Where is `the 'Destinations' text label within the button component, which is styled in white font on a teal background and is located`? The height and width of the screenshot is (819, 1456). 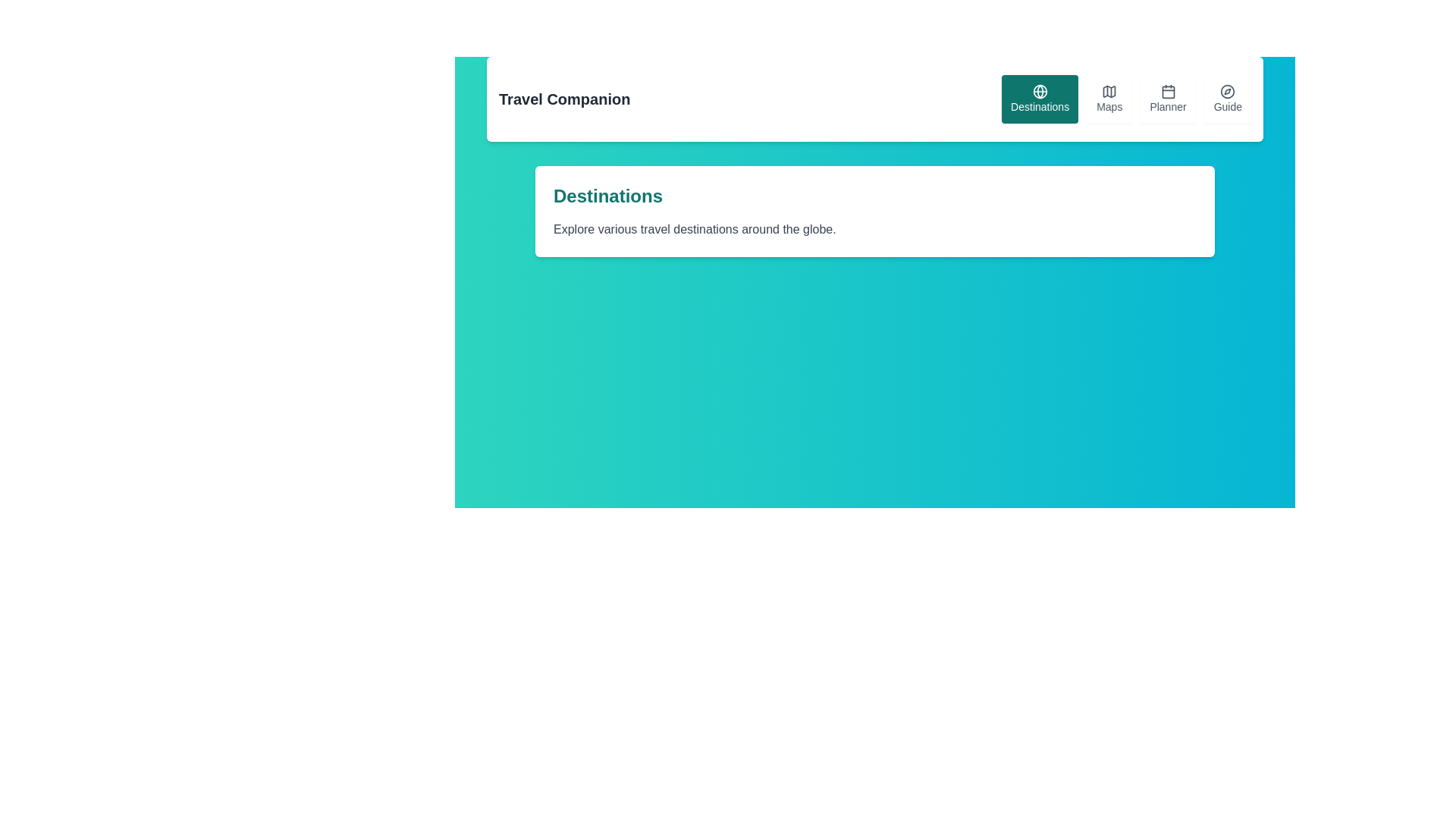
the 'Destinations' text label within the button component, which is styled in white font on a teal background and is located is located at coordinates (1039, 106).